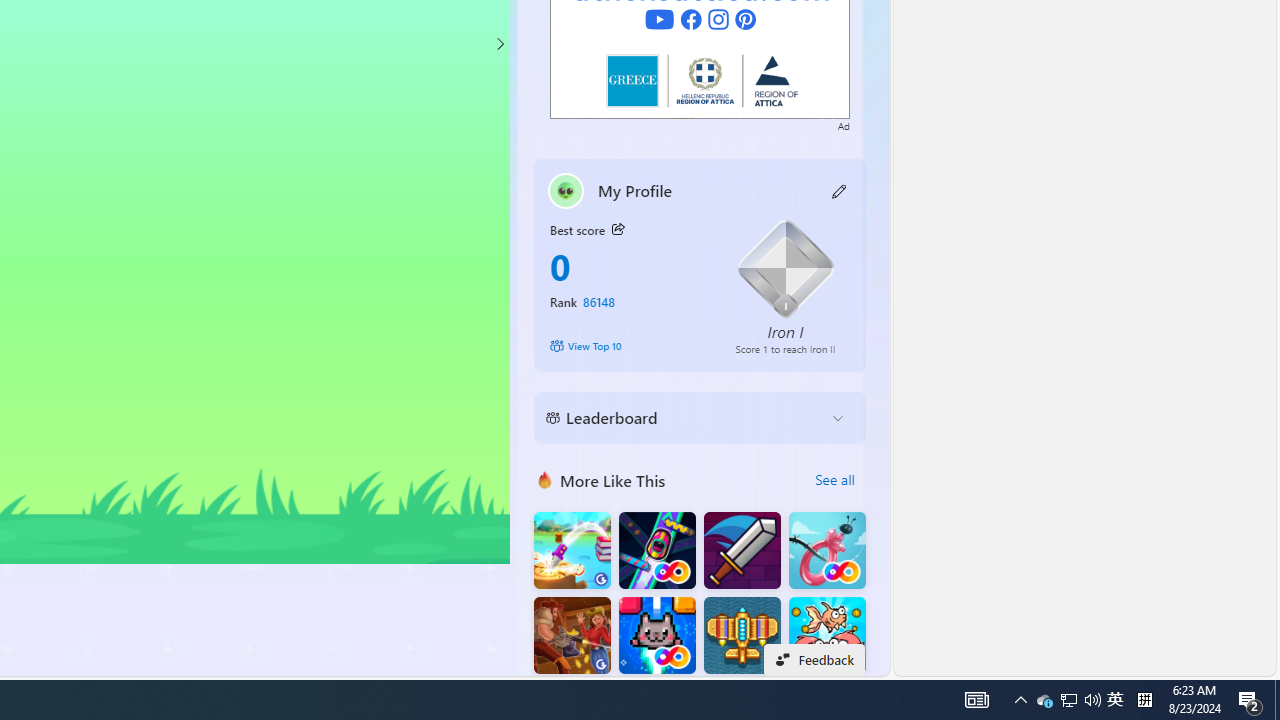  What do you see at coordinates (499, 43) in the screenshot?
I see `'Class: control'` at bounding box center [499, 43].